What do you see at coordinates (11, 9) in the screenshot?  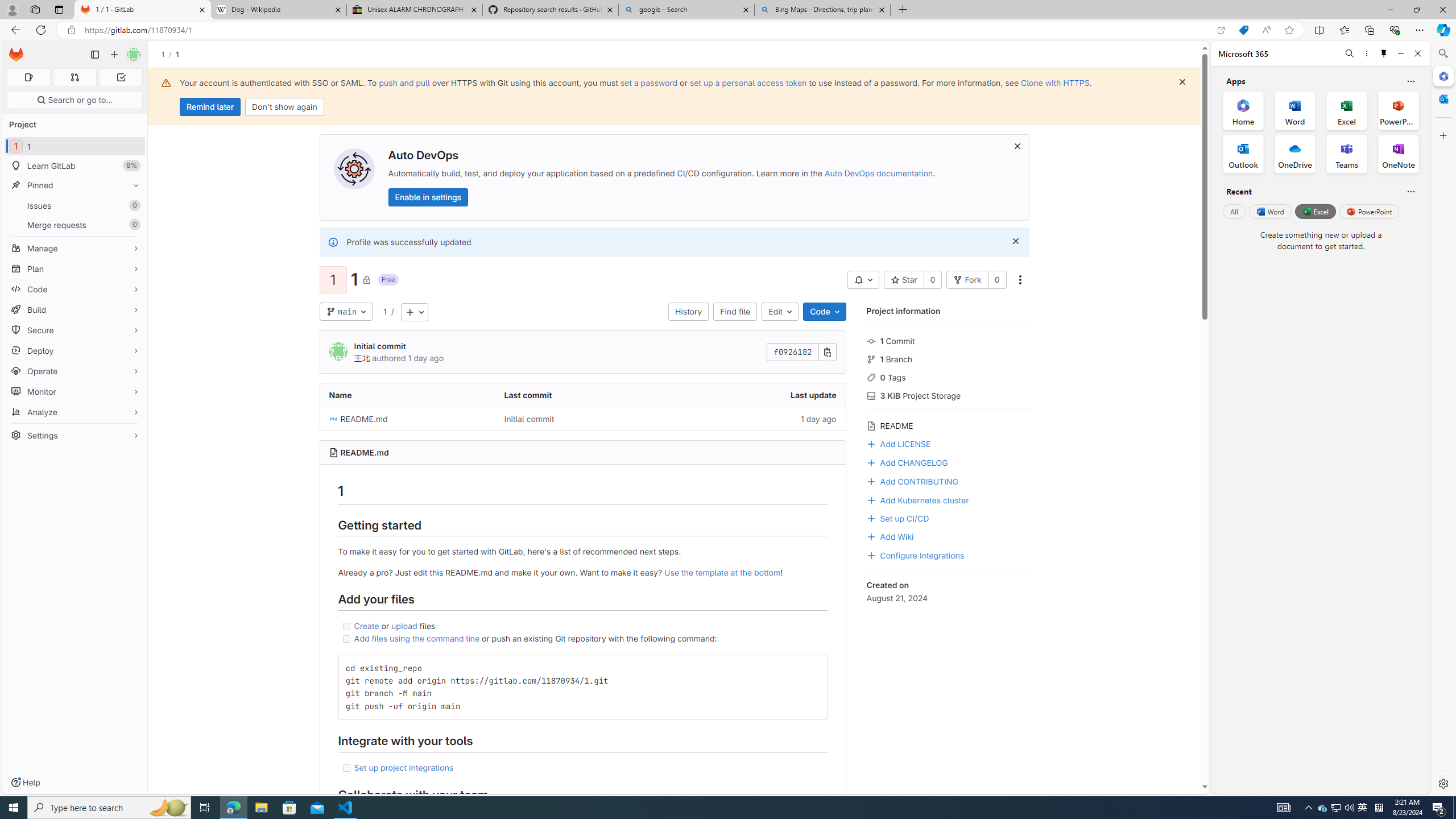 I see `'Personal Profile'` at bounding box center [11, 9].